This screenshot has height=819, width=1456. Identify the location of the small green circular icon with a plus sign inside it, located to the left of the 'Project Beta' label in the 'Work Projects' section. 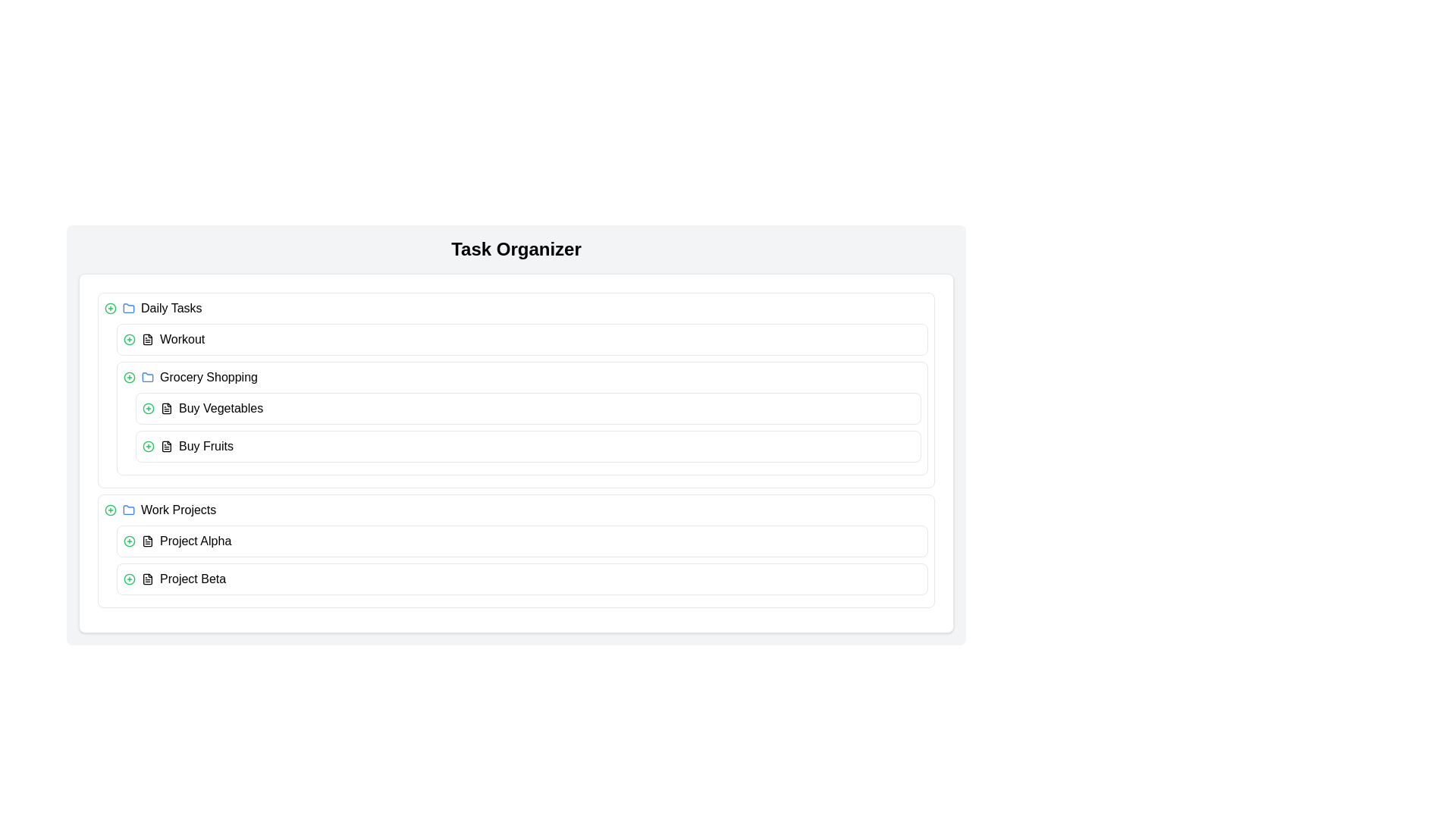
(130, 579).